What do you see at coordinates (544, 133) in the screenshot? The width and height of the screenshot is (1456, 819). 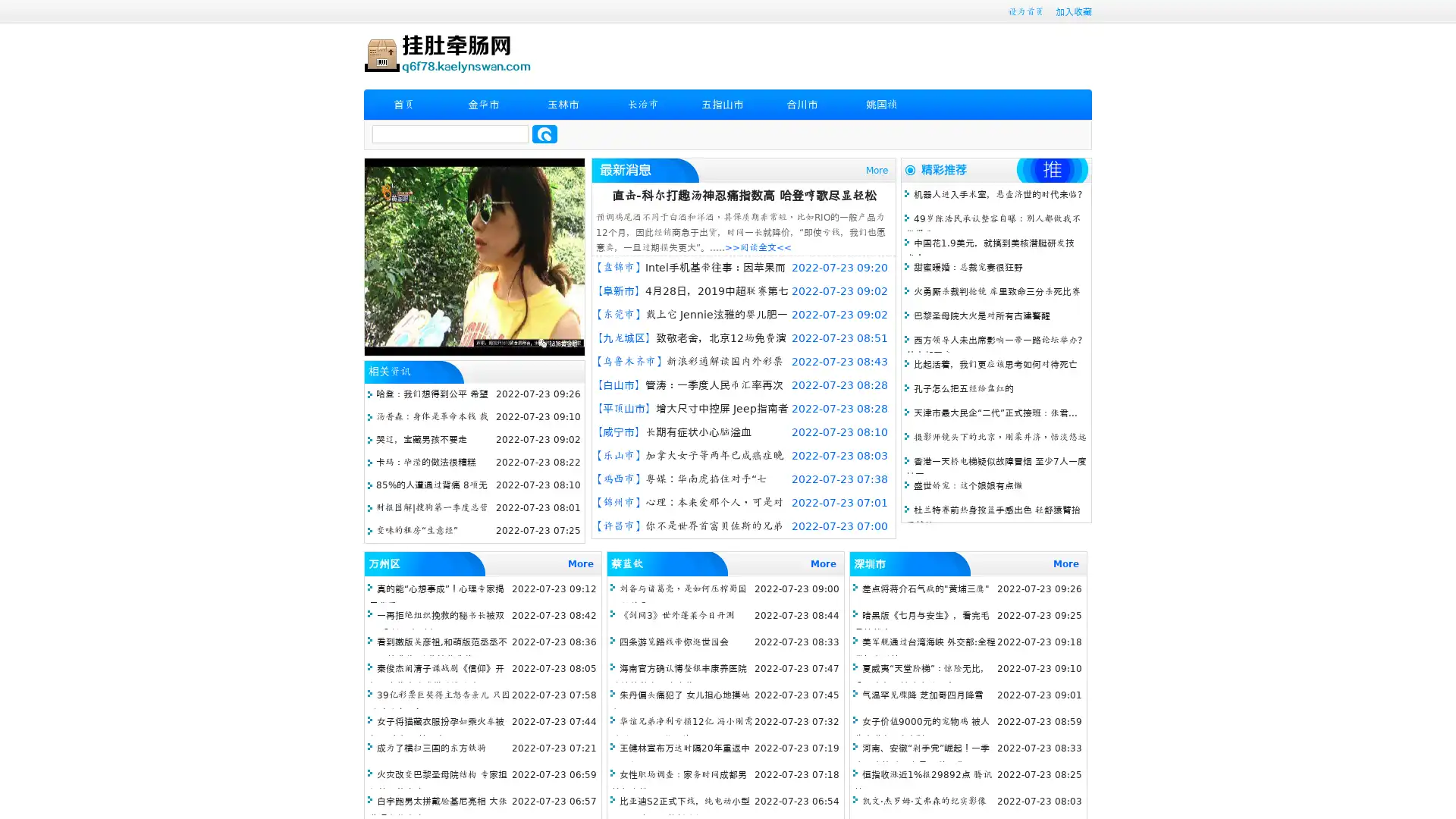 I see `Search` at bounding box center [544, 133].